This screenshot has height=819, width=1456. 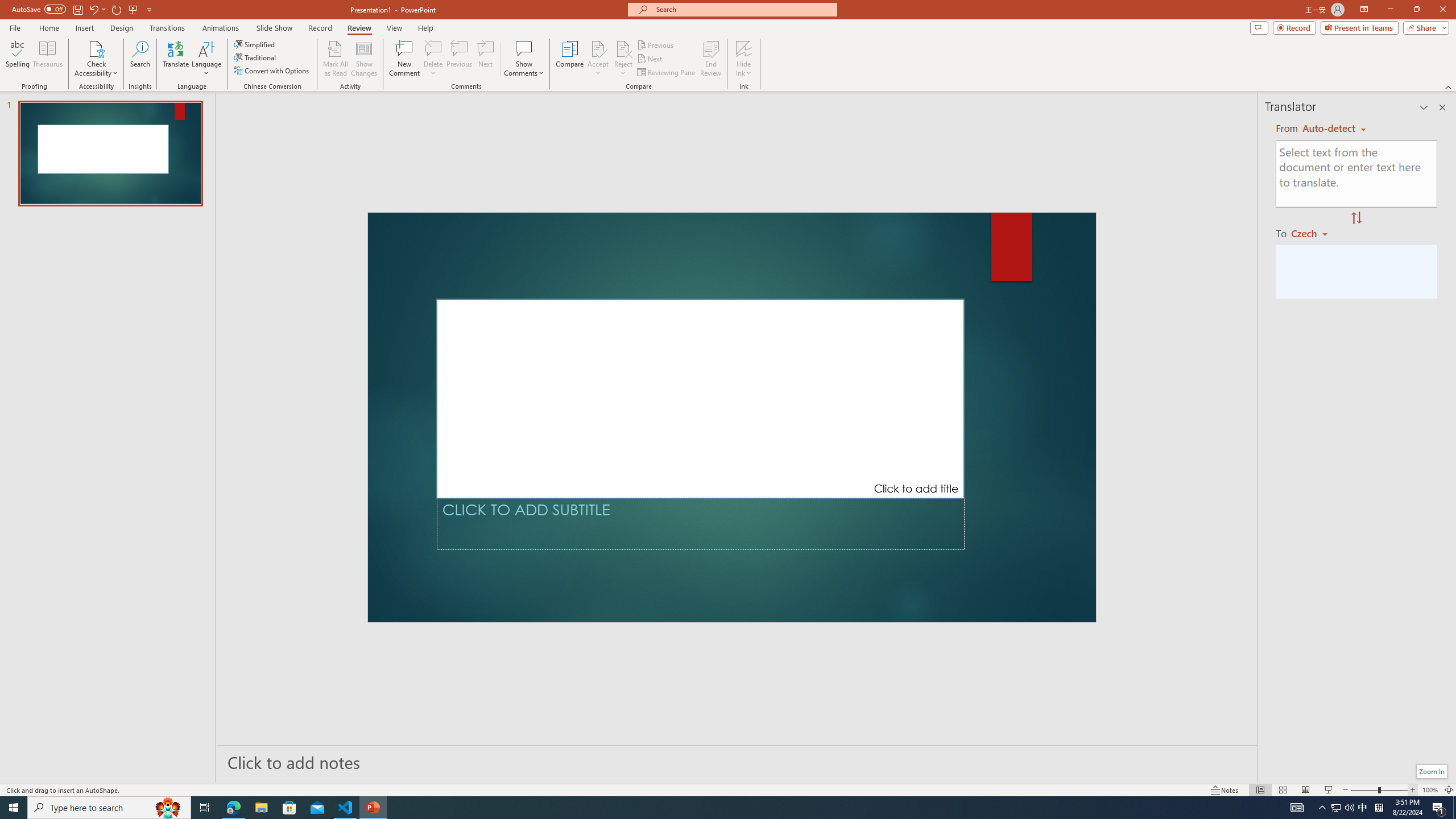 I want to click on 'Transitions', so click(x=167, y=28).